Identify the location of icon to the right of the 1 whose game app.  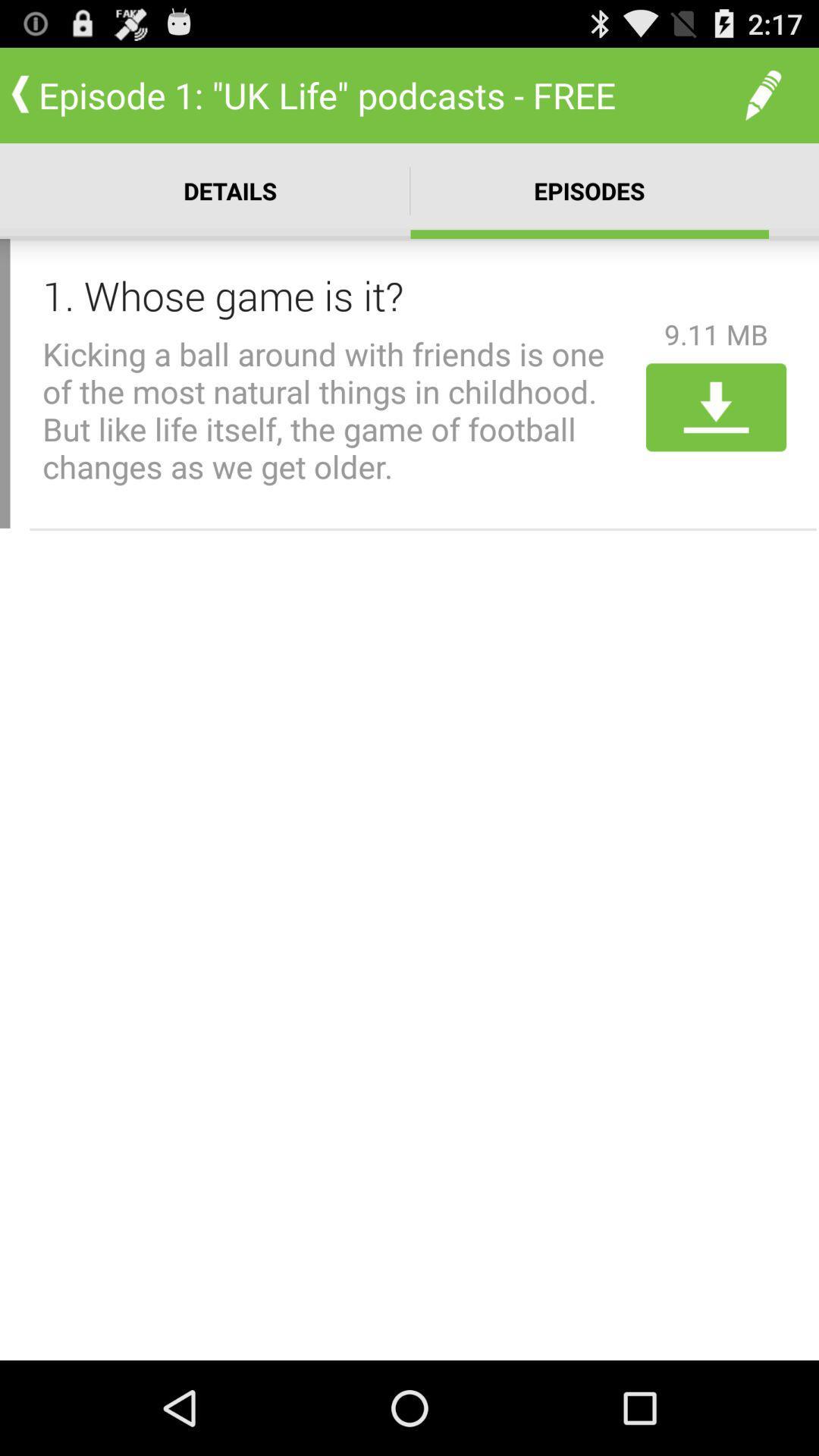
(716, 334).